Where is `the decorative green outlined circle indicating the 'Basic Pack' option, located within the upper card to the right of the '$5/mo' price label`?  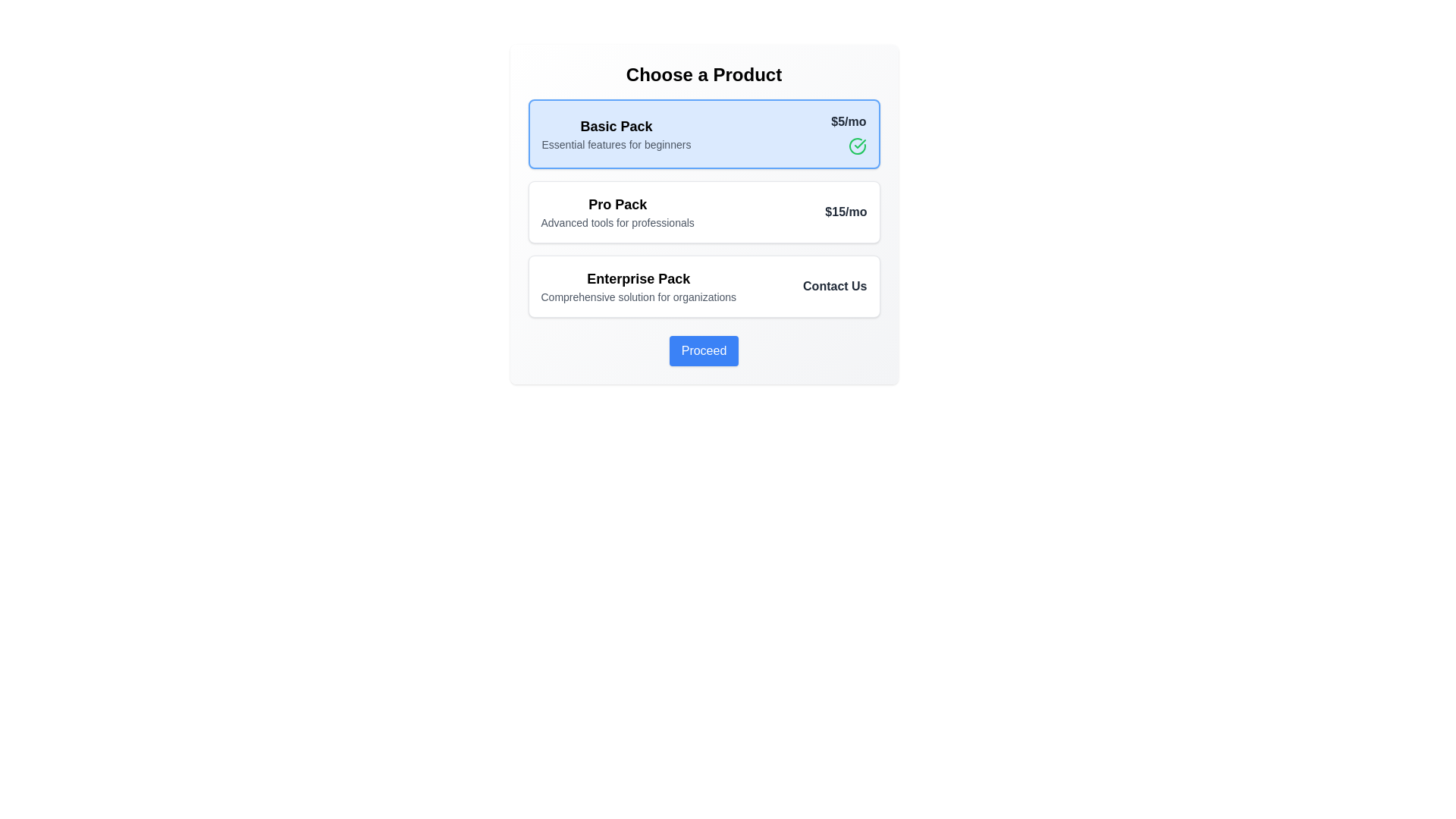
the decorative green outlined circle indicating the 'Basic Pack' option, located within the upper card to the right of the '$5/mo' price label is located at coordinates (857, 146).